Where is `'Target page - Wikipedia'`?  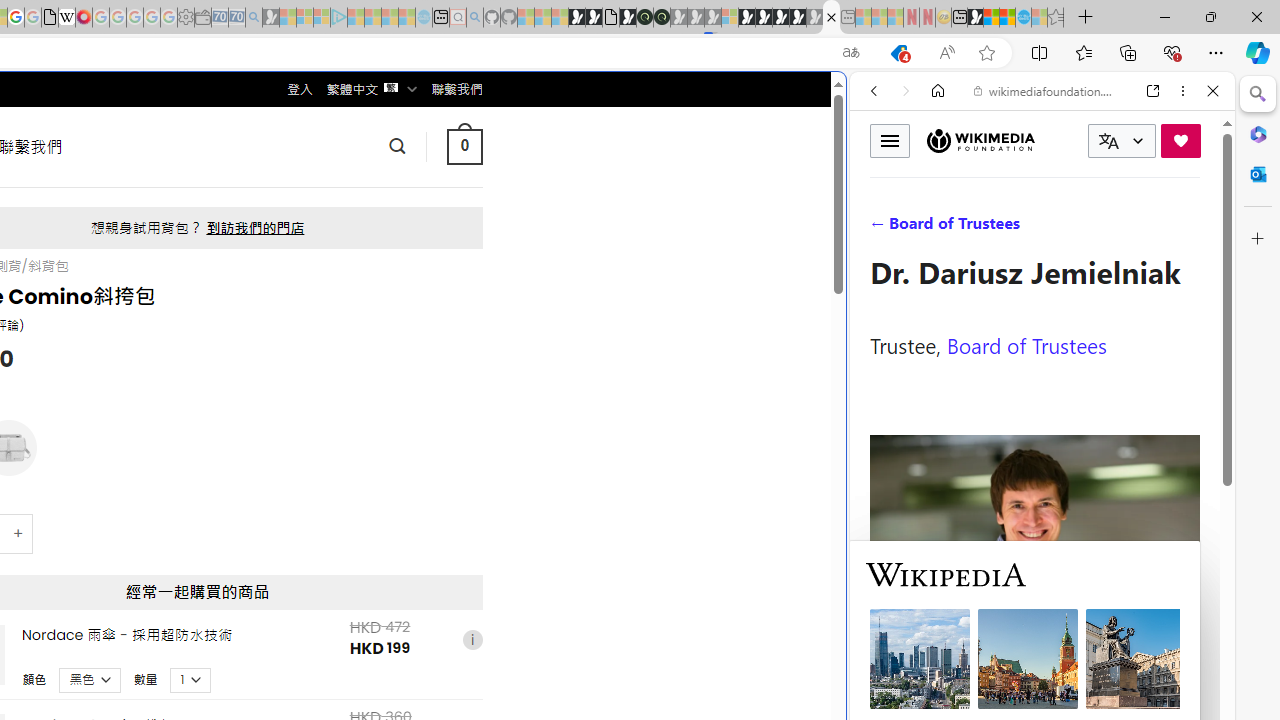 'Target page - Wikipedia' is located at coordinates (67, 17).